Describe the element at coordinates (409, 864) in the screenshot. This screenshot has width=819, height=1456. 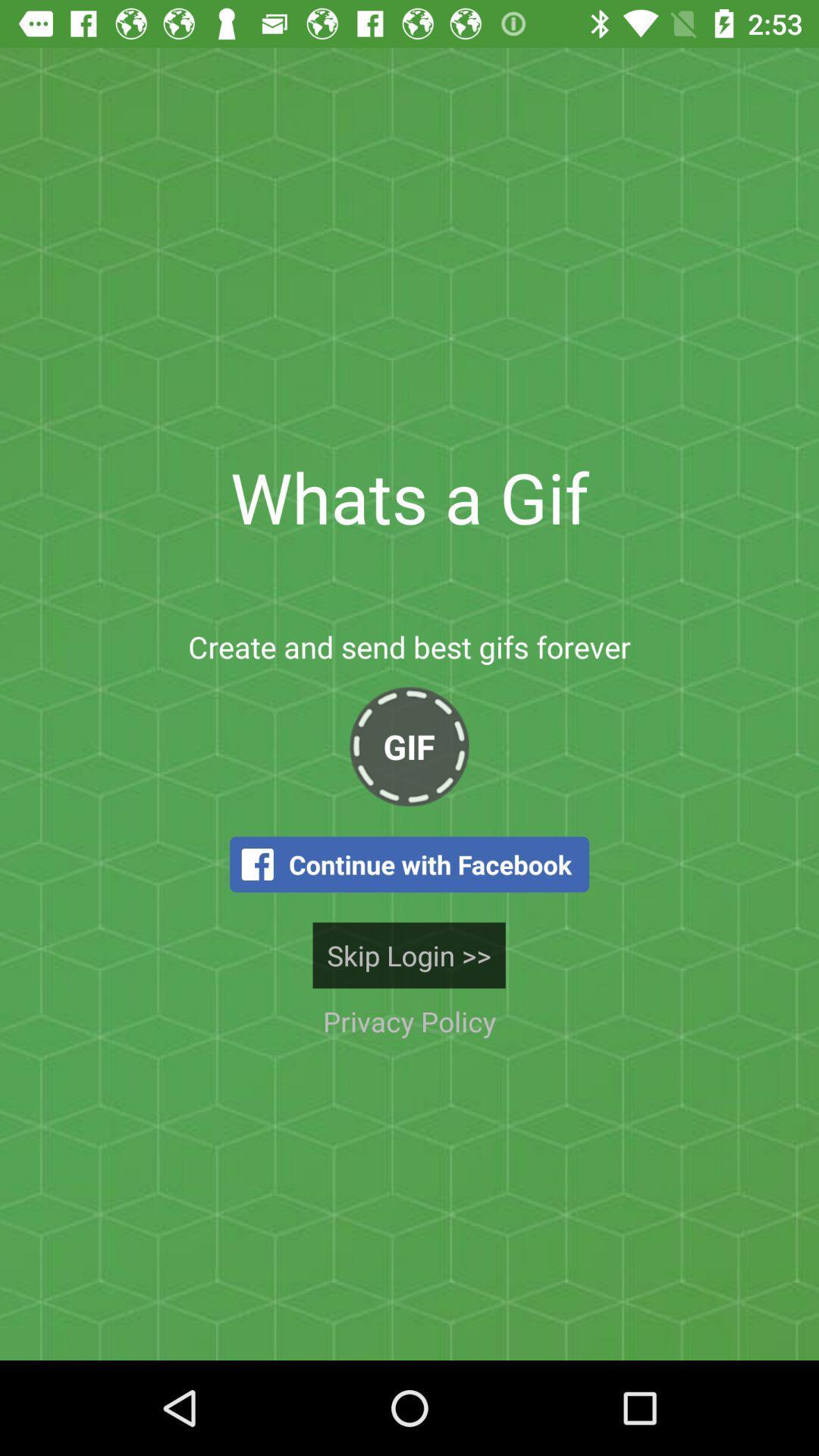
I see `continue with facebook` at that location.